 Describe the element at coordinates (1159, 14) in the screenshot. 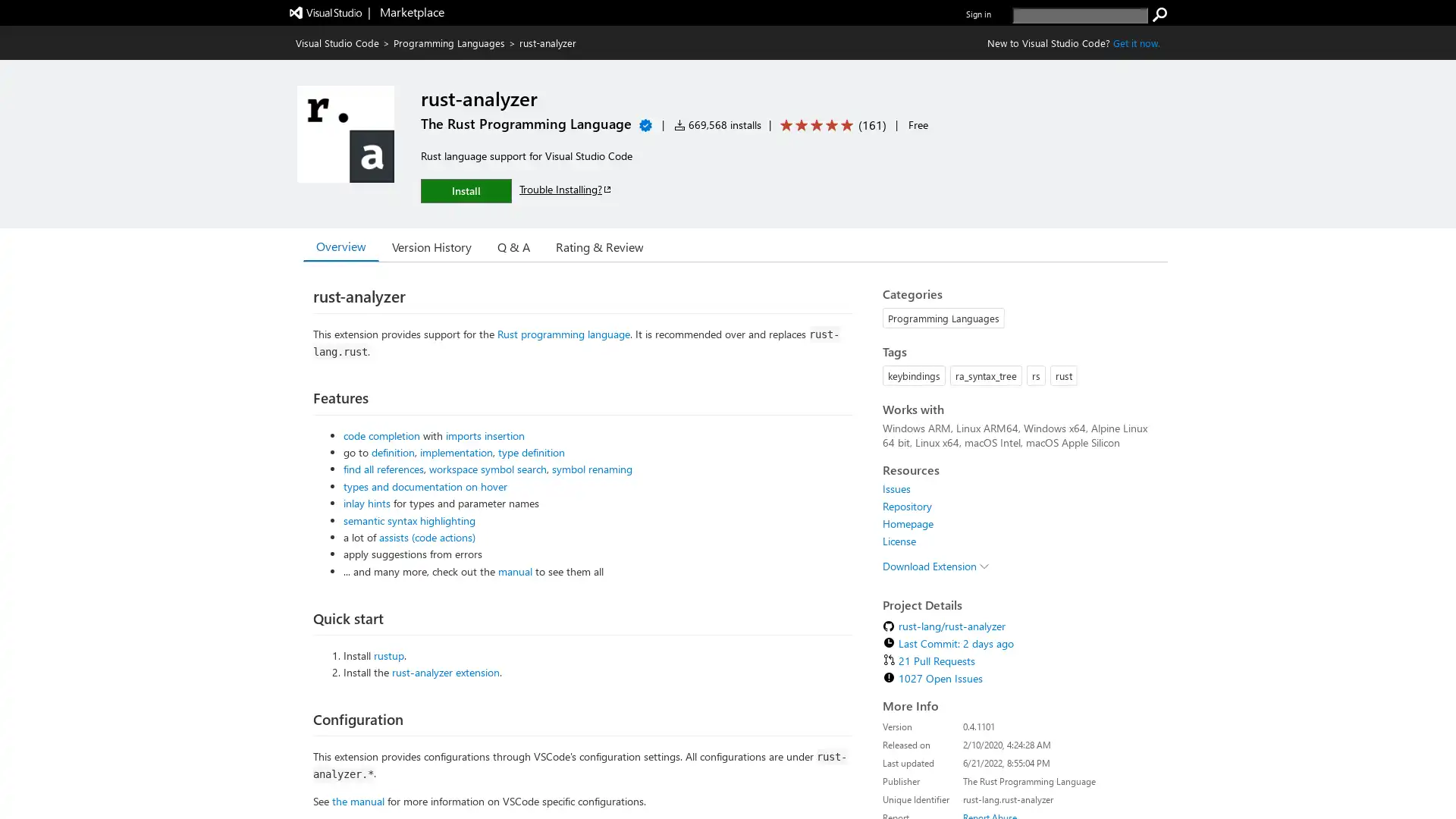

I see `search` at that location.